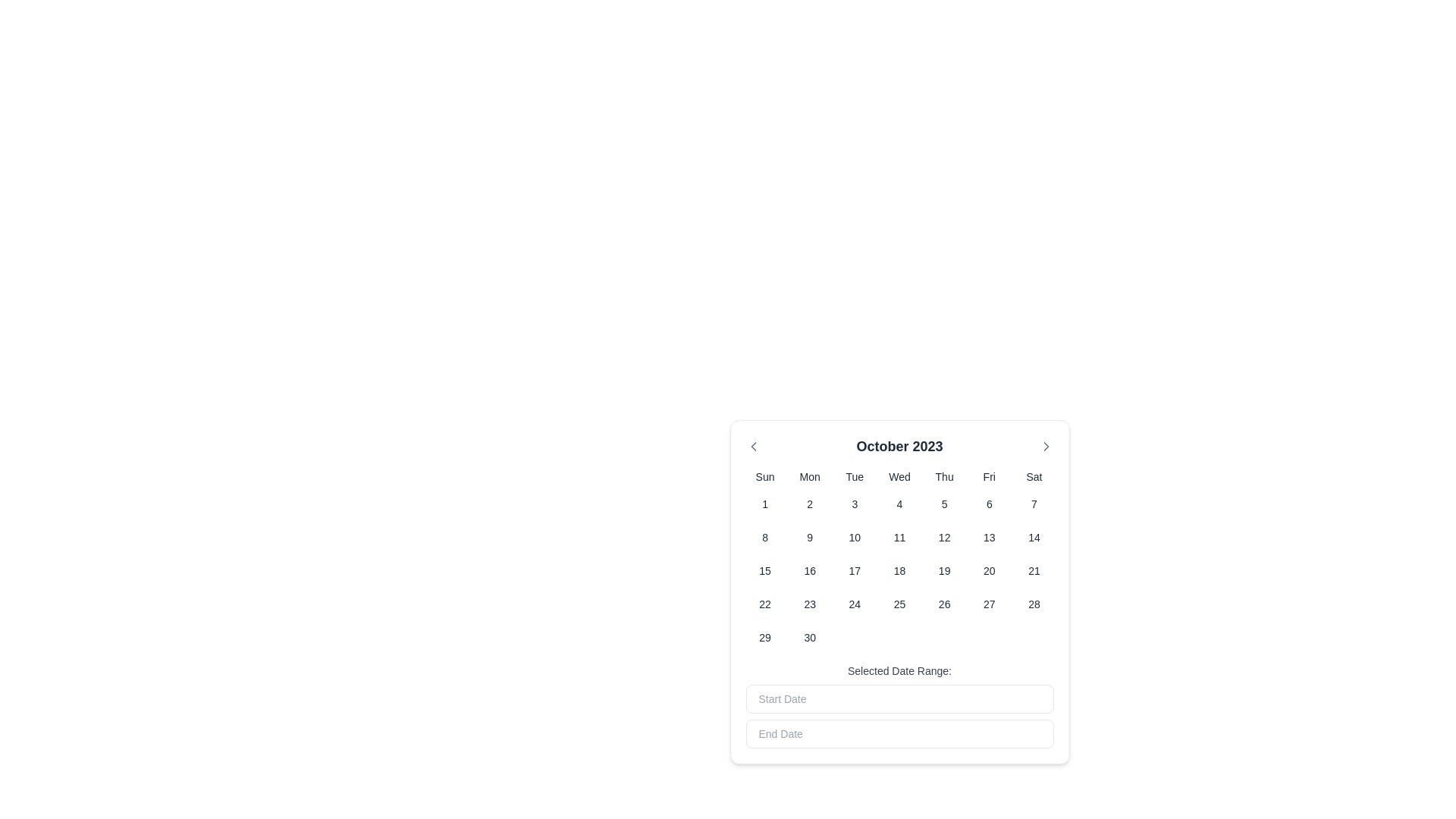  I want to click on the left-pointing chevron symbol in the top-left corner of the calendar interface, so click(753, 446).